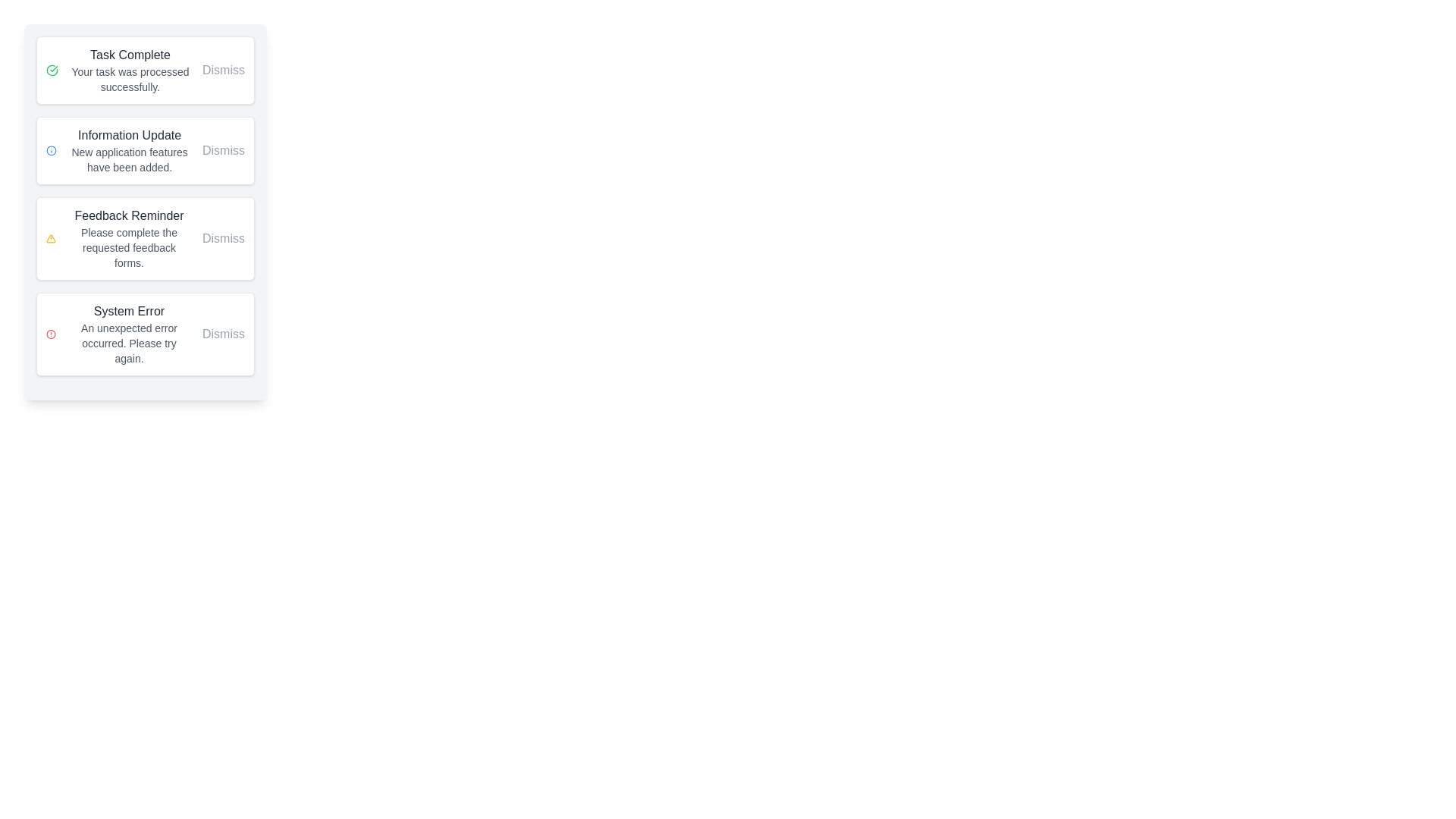 Image resolution: width=1456 pixels, height=819 pixels. Describe the element at coordinates (52, 151) in the screenshot. I see `the circular blue stroke icon with a white circle in the center, which is positioned to the left of the 'Information Update' text` at that location.